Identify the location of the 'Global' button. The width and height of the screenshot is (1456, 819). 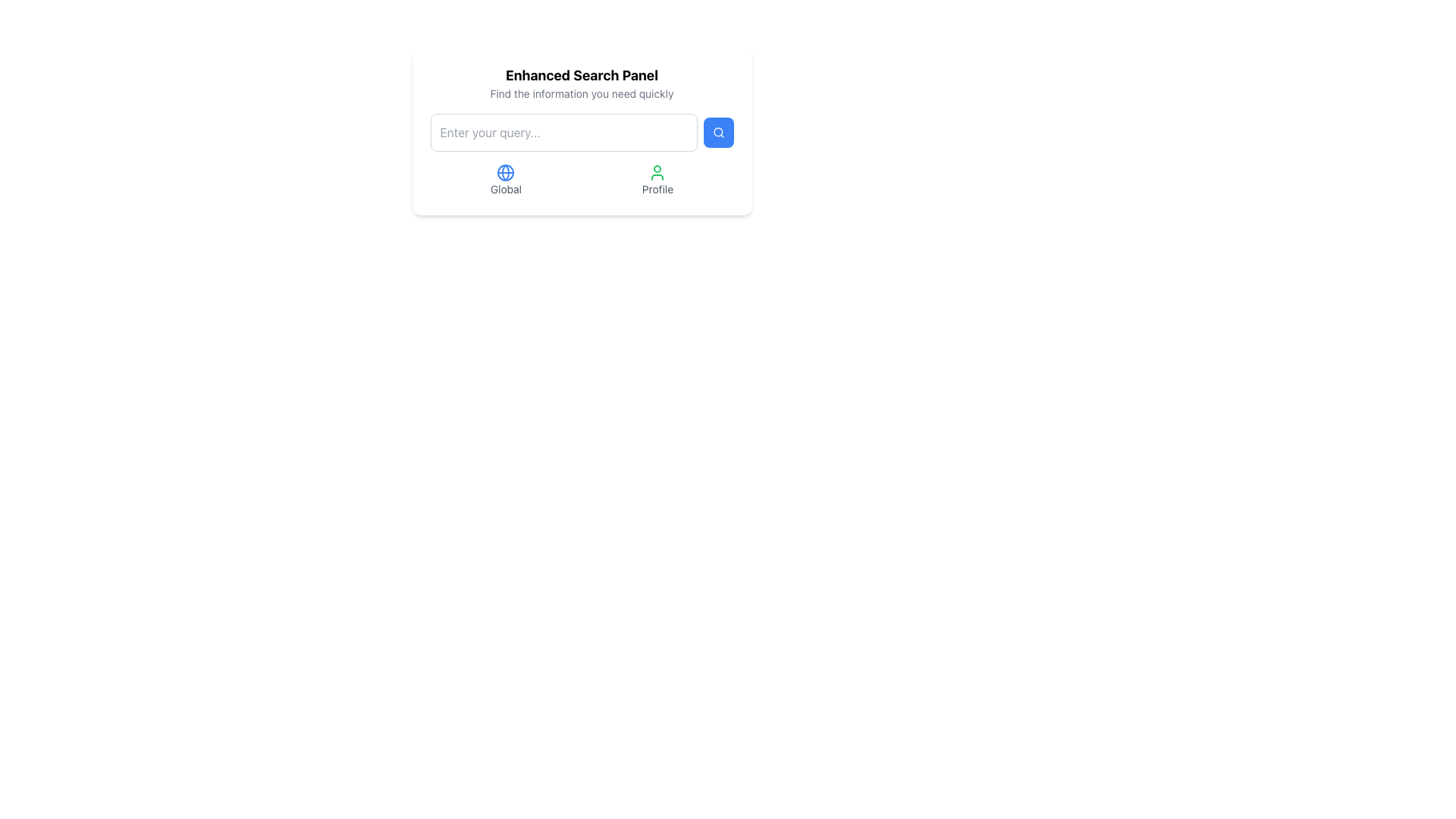
(506, 180).